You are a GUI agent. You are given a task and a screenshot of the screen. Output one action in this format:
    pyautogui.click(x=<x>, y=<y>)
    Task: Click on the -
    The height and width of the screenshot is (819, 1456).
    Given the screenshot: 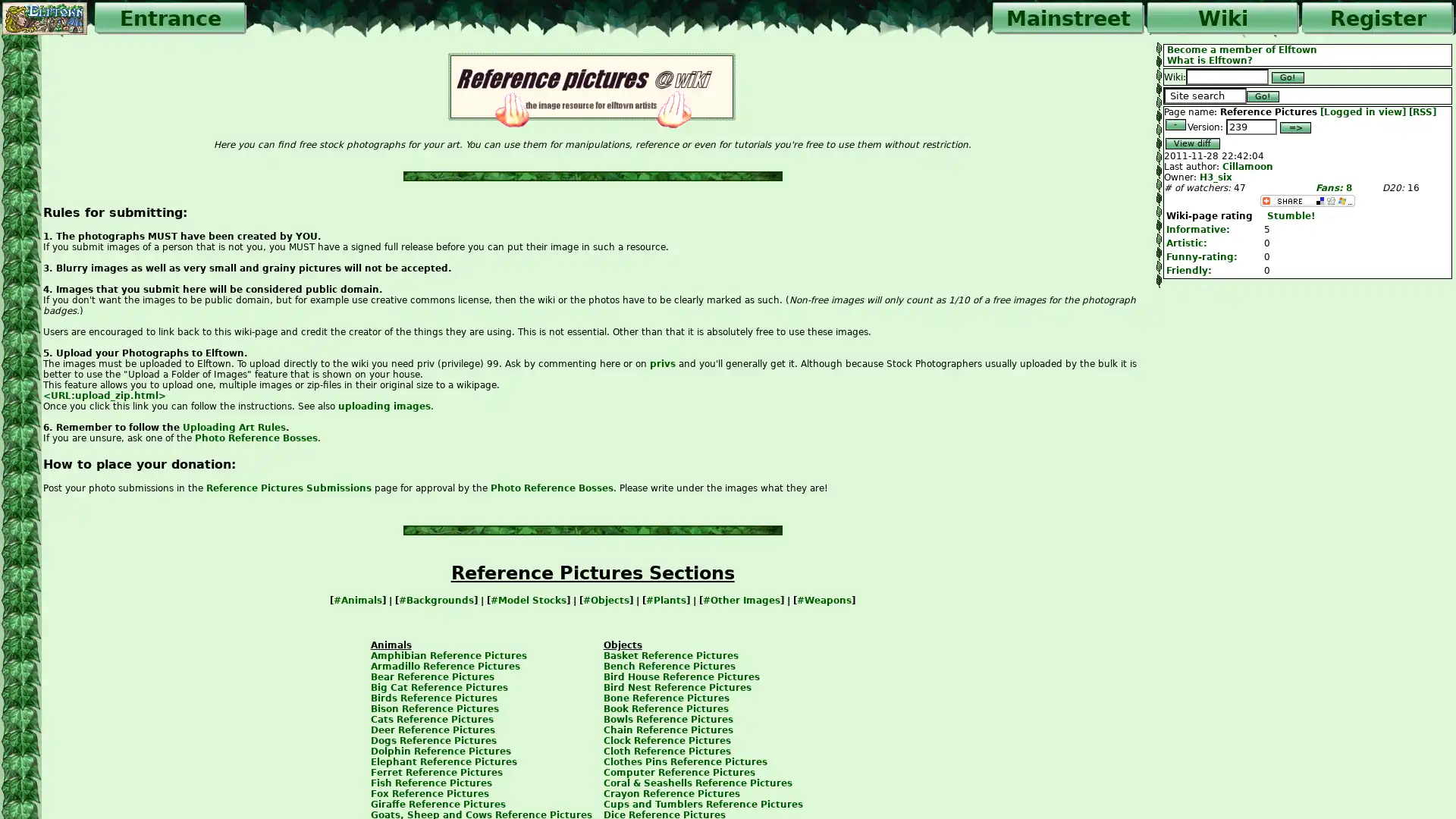 What is the action you would take?
    pyautogui.click(x=1175, y=124)
    